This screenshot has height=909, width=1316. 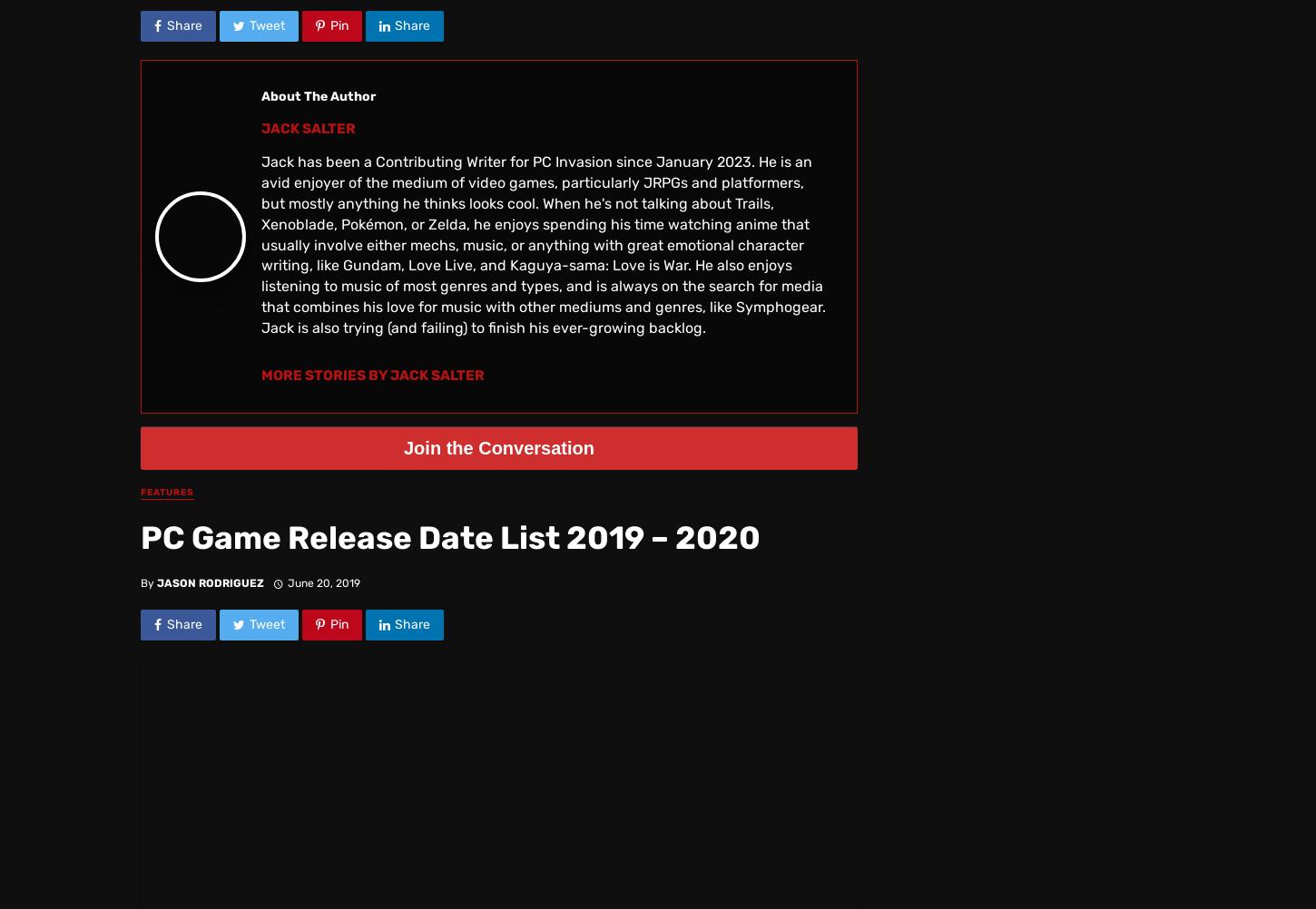 I want to click on 'Jason Rodriguez', so click(x=210, y=582).